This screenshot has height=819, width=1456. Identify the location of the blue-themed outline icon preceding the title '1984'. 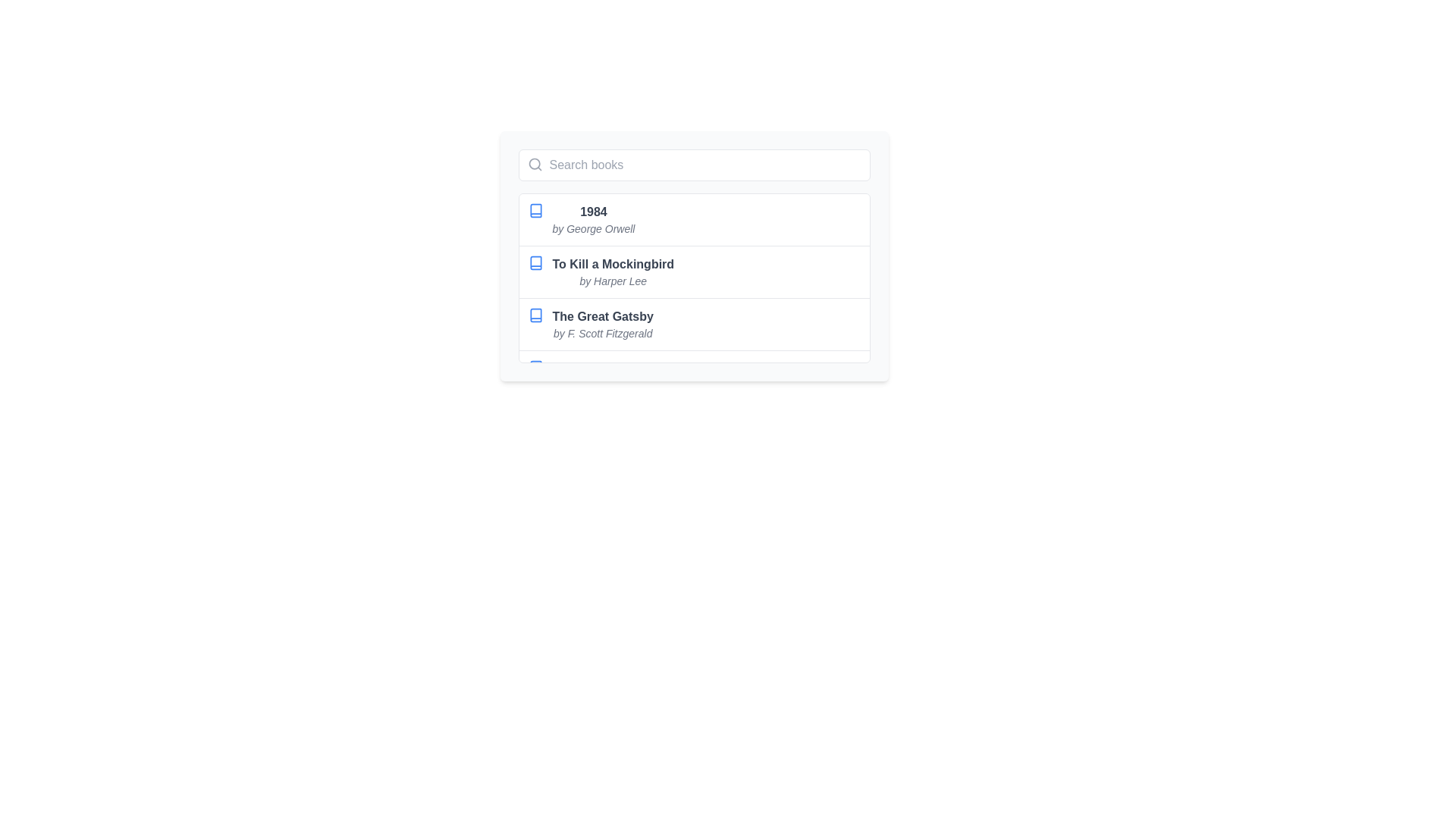
(535, 210).